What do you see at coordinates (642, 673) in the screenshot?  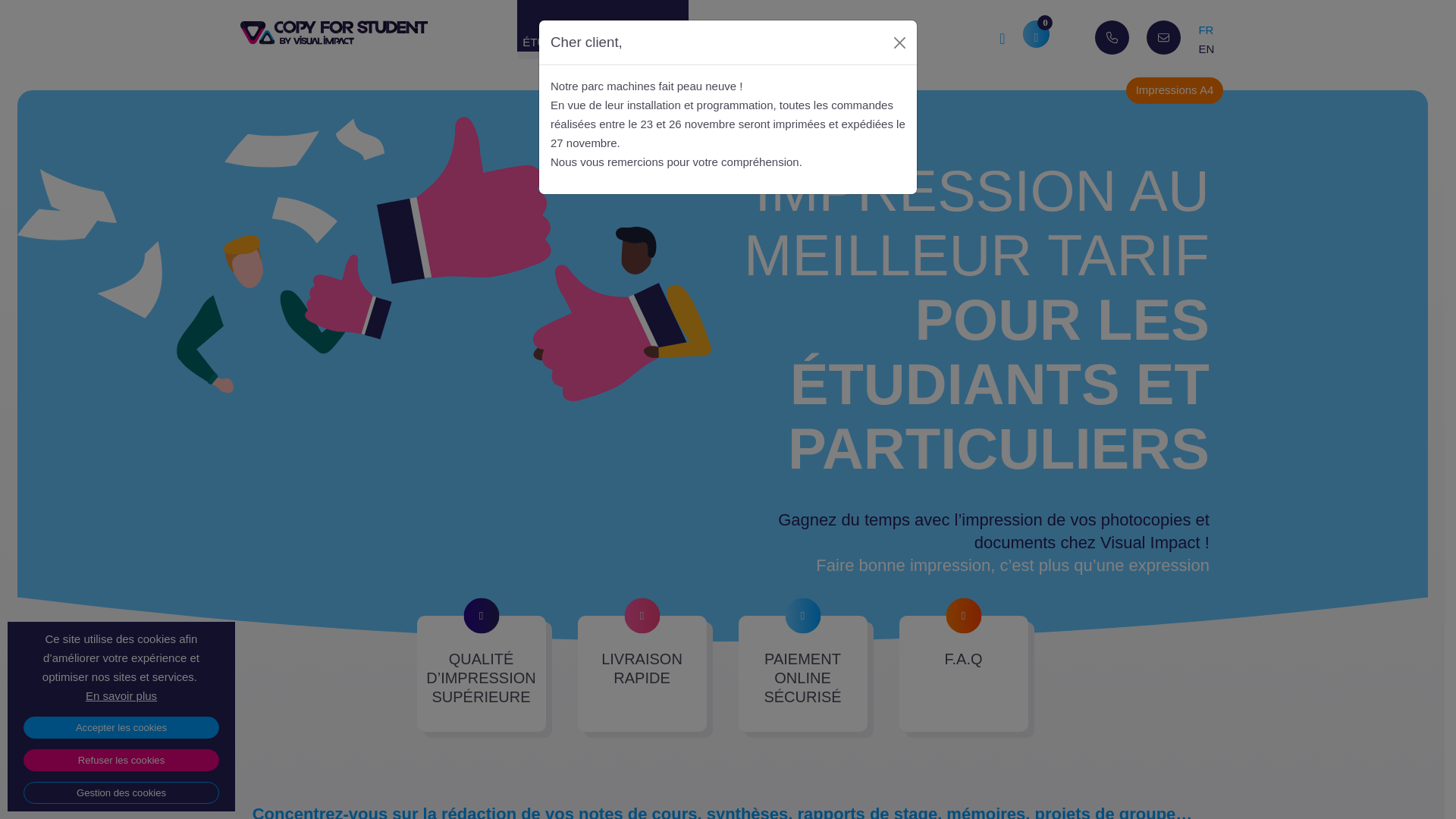 I see `'LIVRAISON RAPIDE'` at bounding box center [642, 673].